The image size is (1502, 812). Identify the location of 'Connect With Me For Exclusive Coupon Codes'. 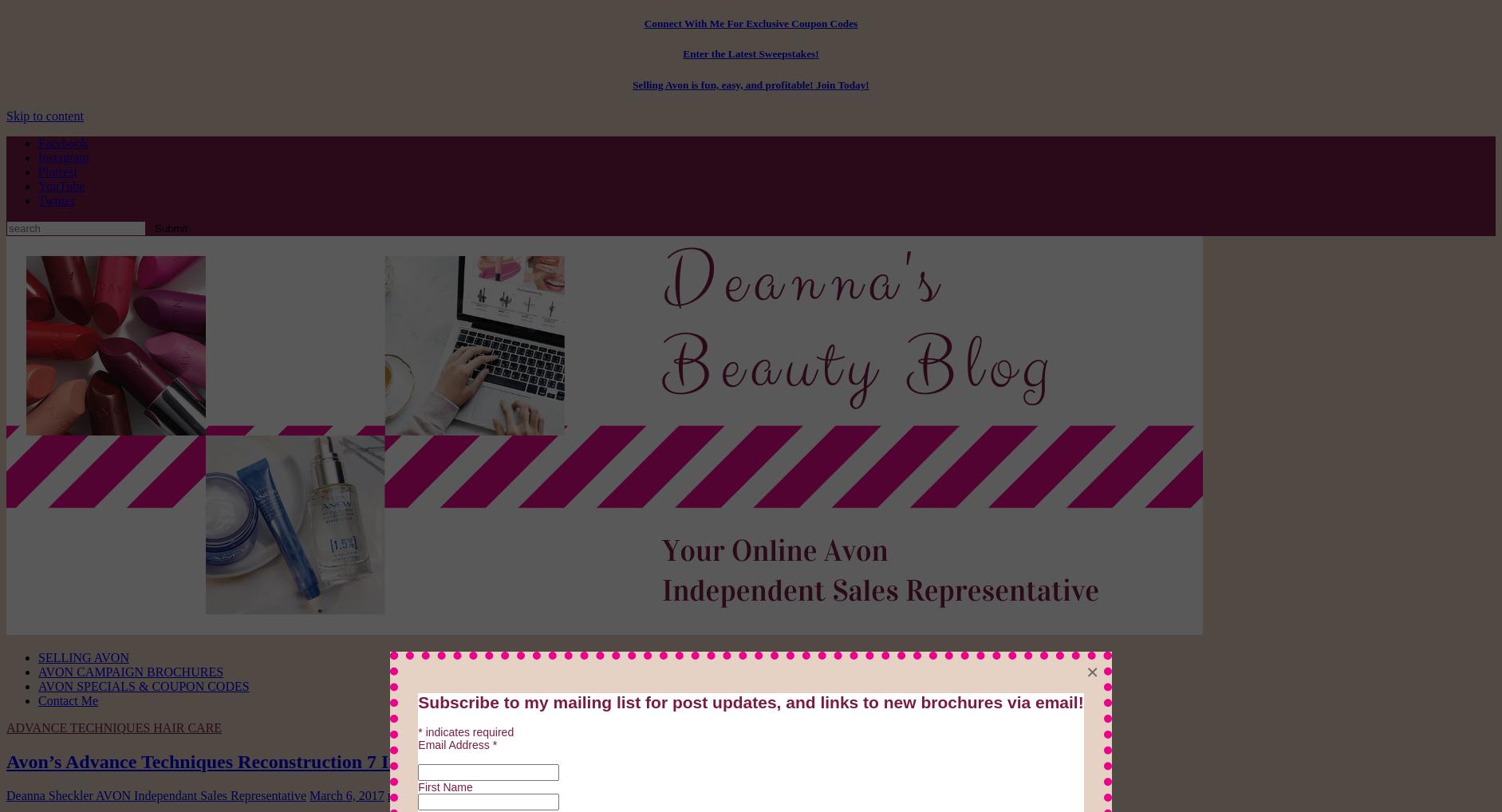
(749, 22).